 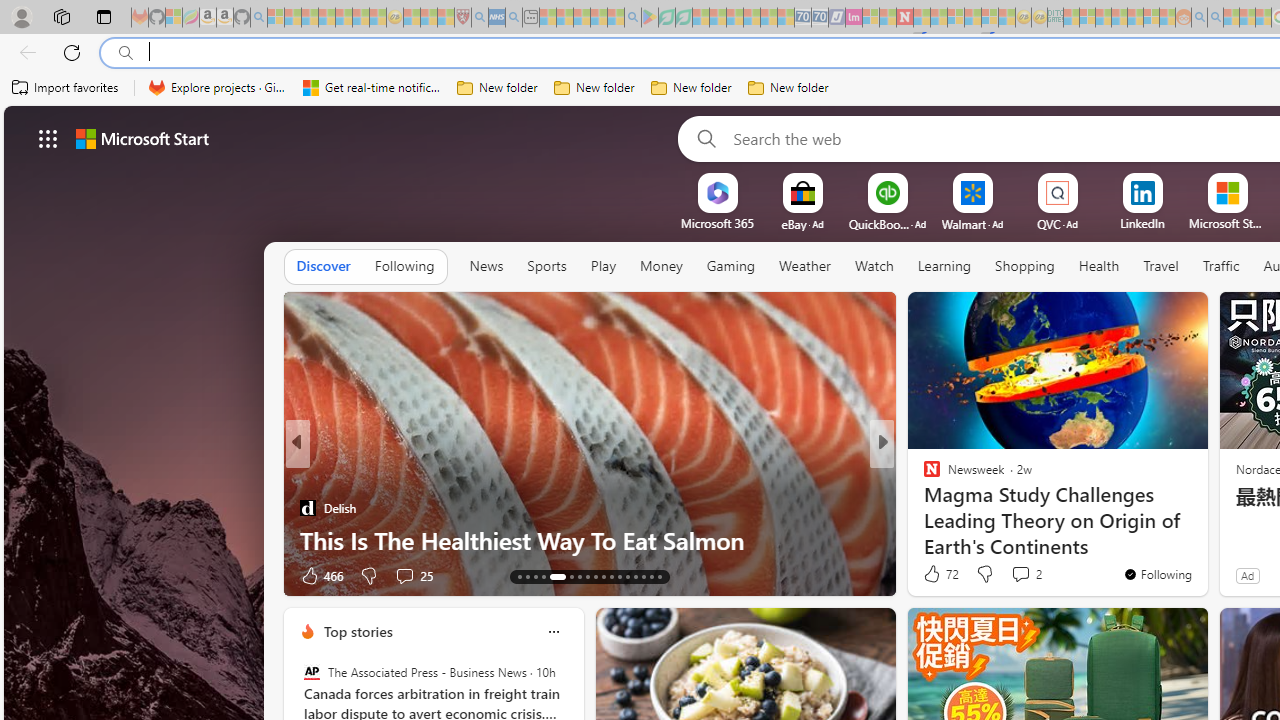 I want to click on 'View comments 11 Comment', so click(x=1020, y=575).